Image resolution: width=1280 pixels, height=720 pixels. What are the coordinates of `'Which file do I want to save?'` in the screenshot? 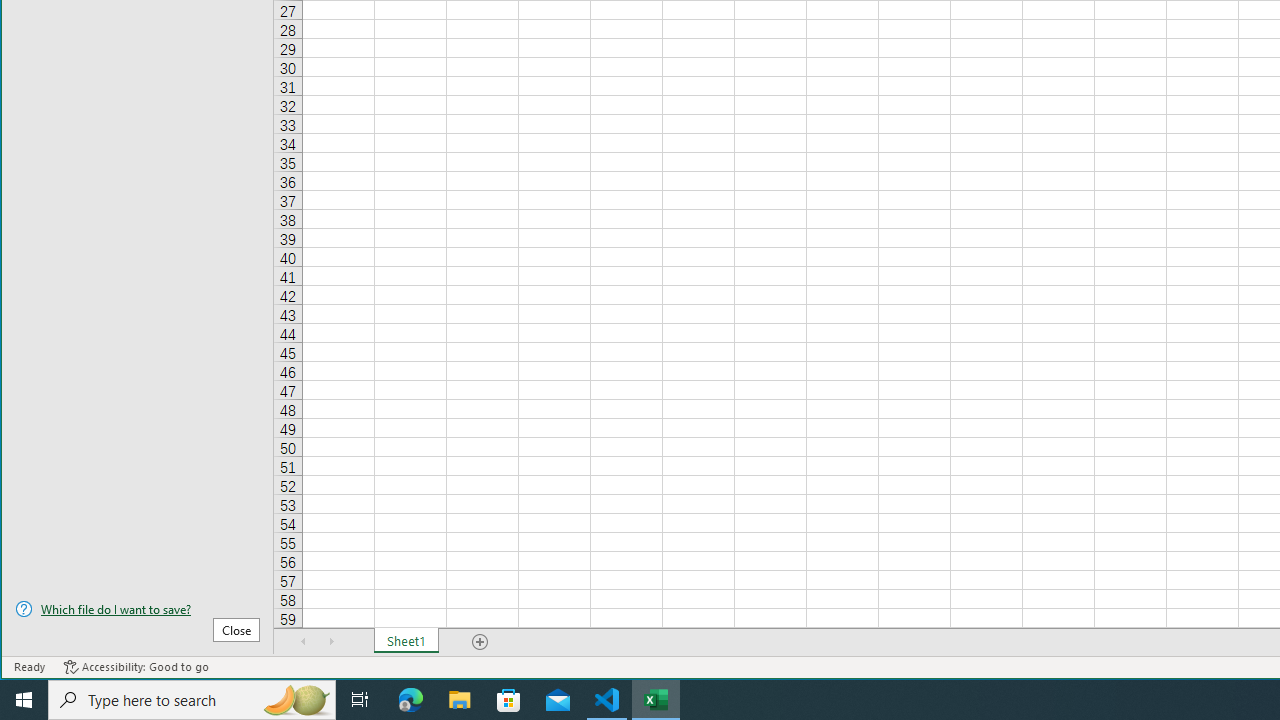 It's located at (136, 608).